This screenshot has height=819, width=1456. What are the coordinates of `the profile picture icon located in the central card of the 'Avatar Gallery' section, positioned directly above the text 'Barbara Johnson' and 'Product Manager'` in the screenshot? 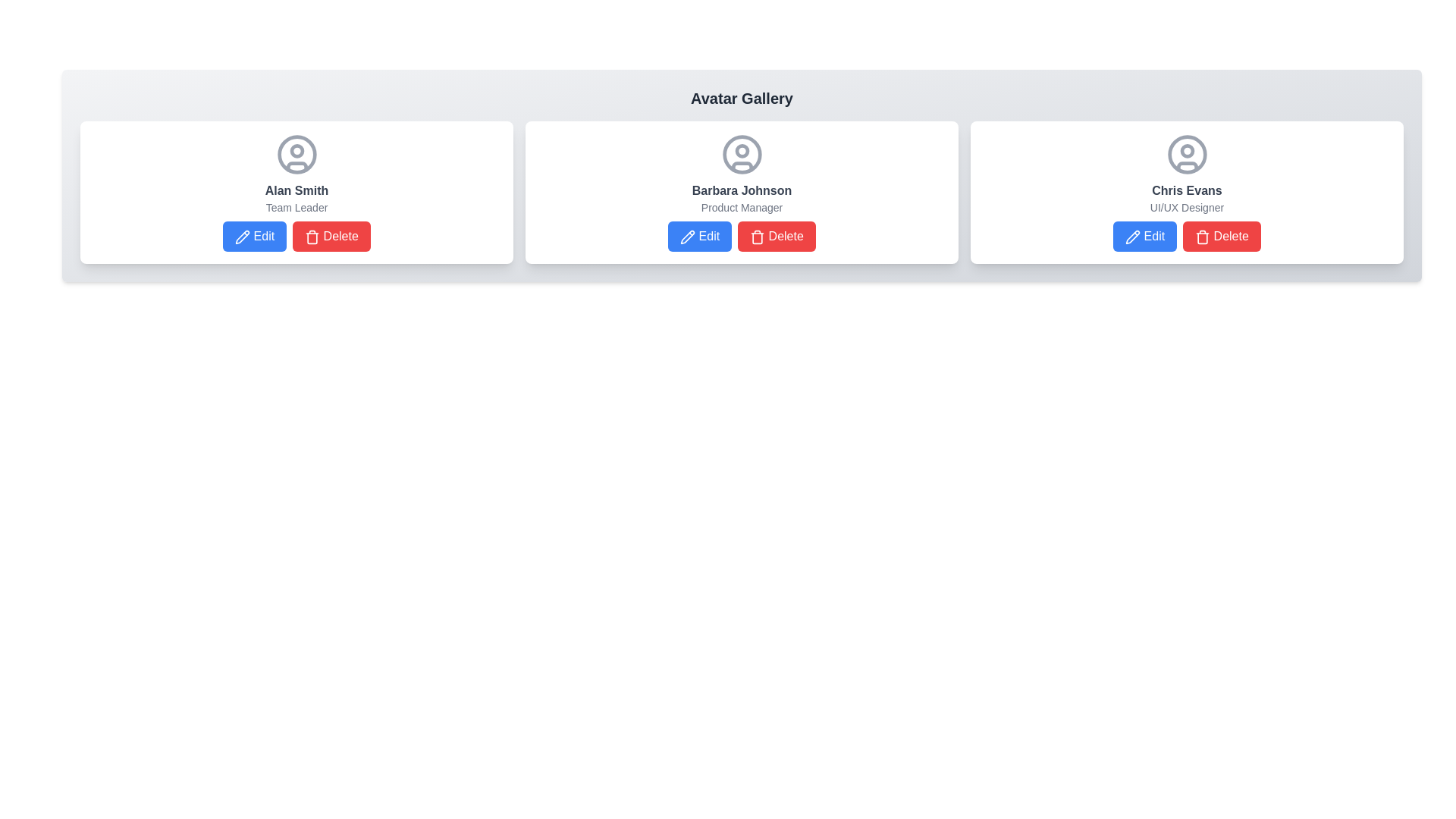 It's located at (742, 155).